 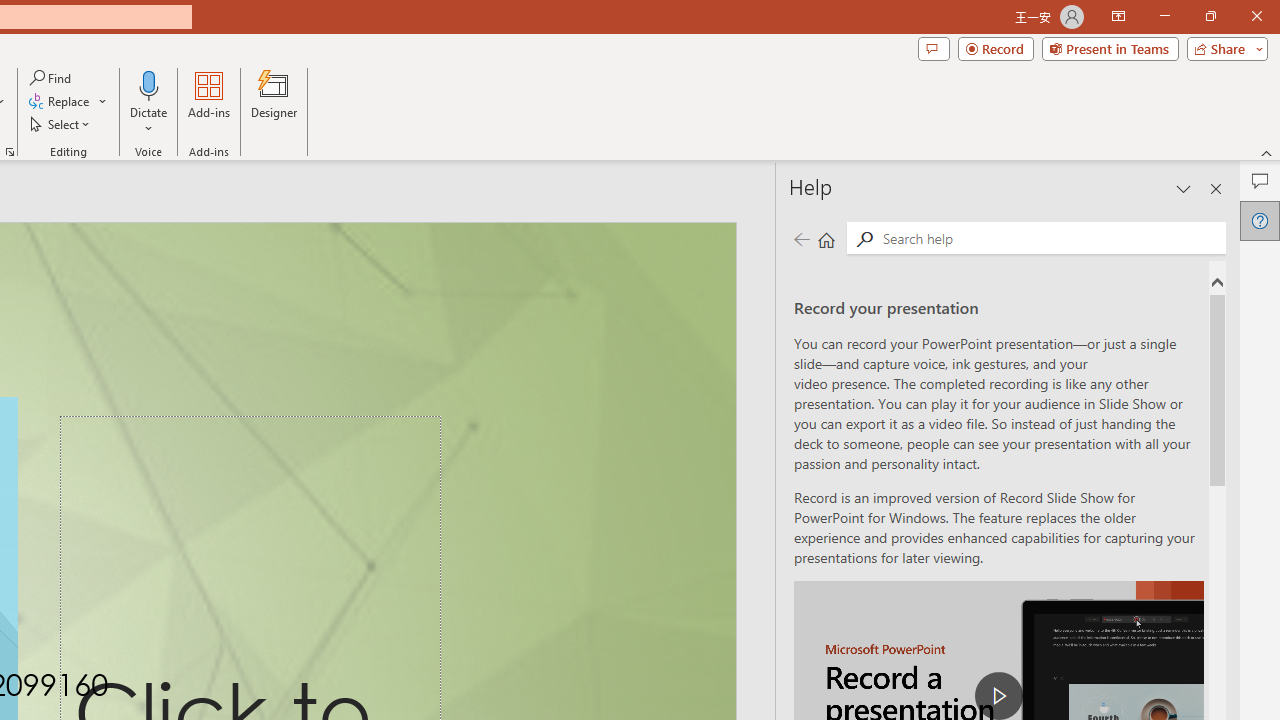 I want to click on 'Close pane', so click(x=1215, y=189).